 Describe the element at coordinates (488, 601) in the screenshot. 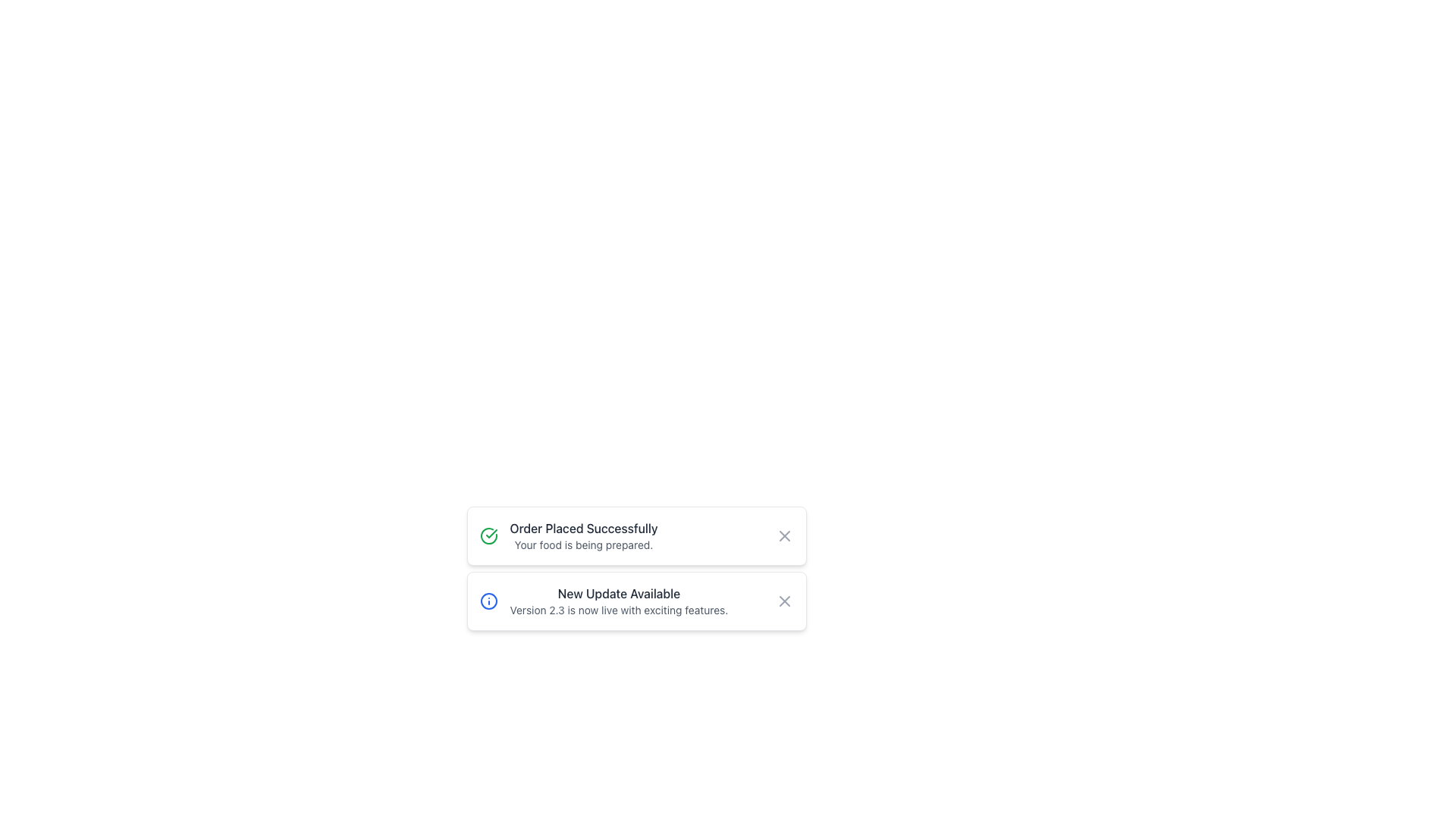

I see `the circular graphical element representing an informational or status icon within the notification for 'New Update Available'` at that location.